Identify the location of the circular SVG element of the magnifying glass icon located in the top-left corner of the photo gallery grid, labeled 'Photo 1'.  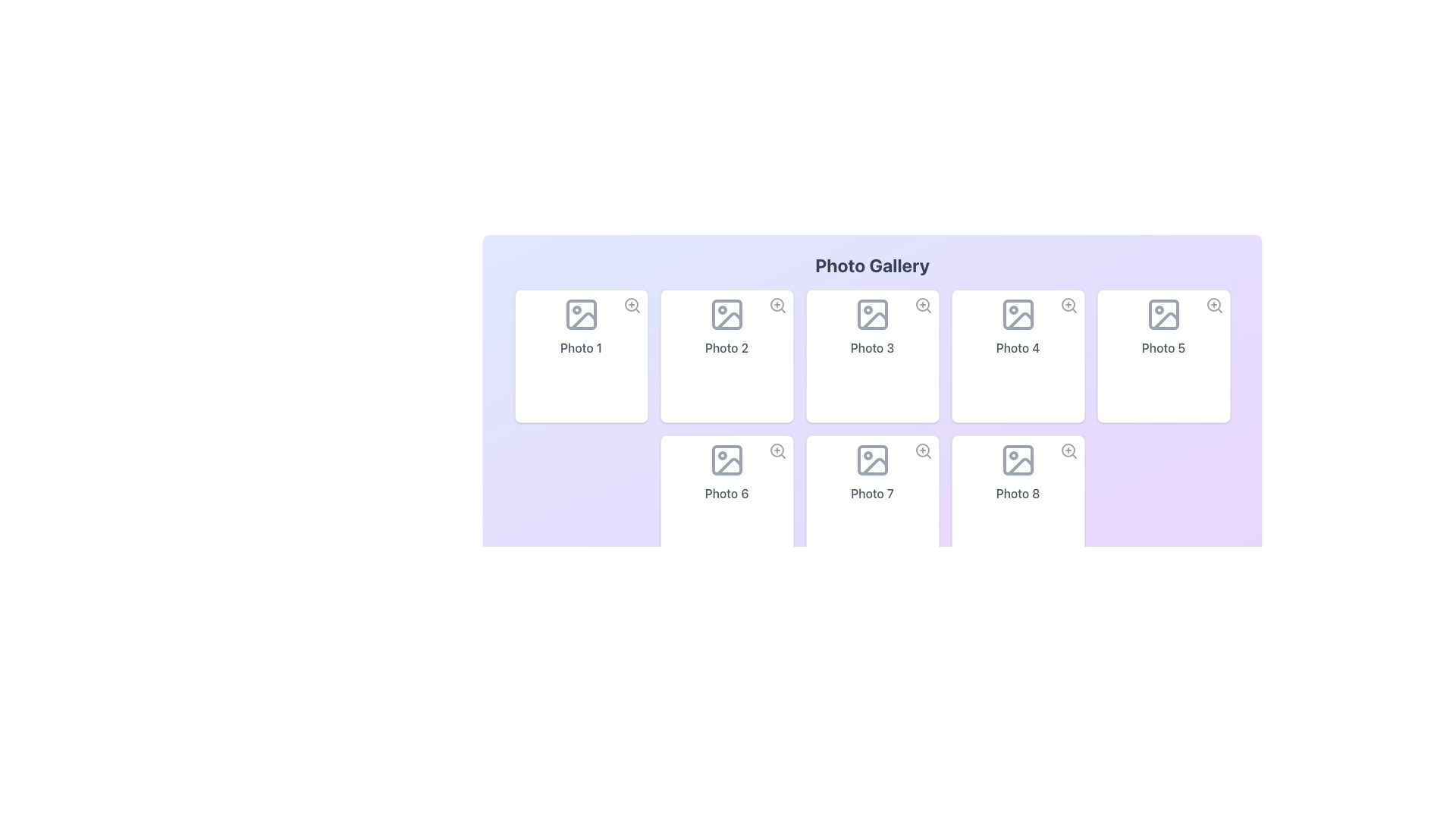
(631, 304).